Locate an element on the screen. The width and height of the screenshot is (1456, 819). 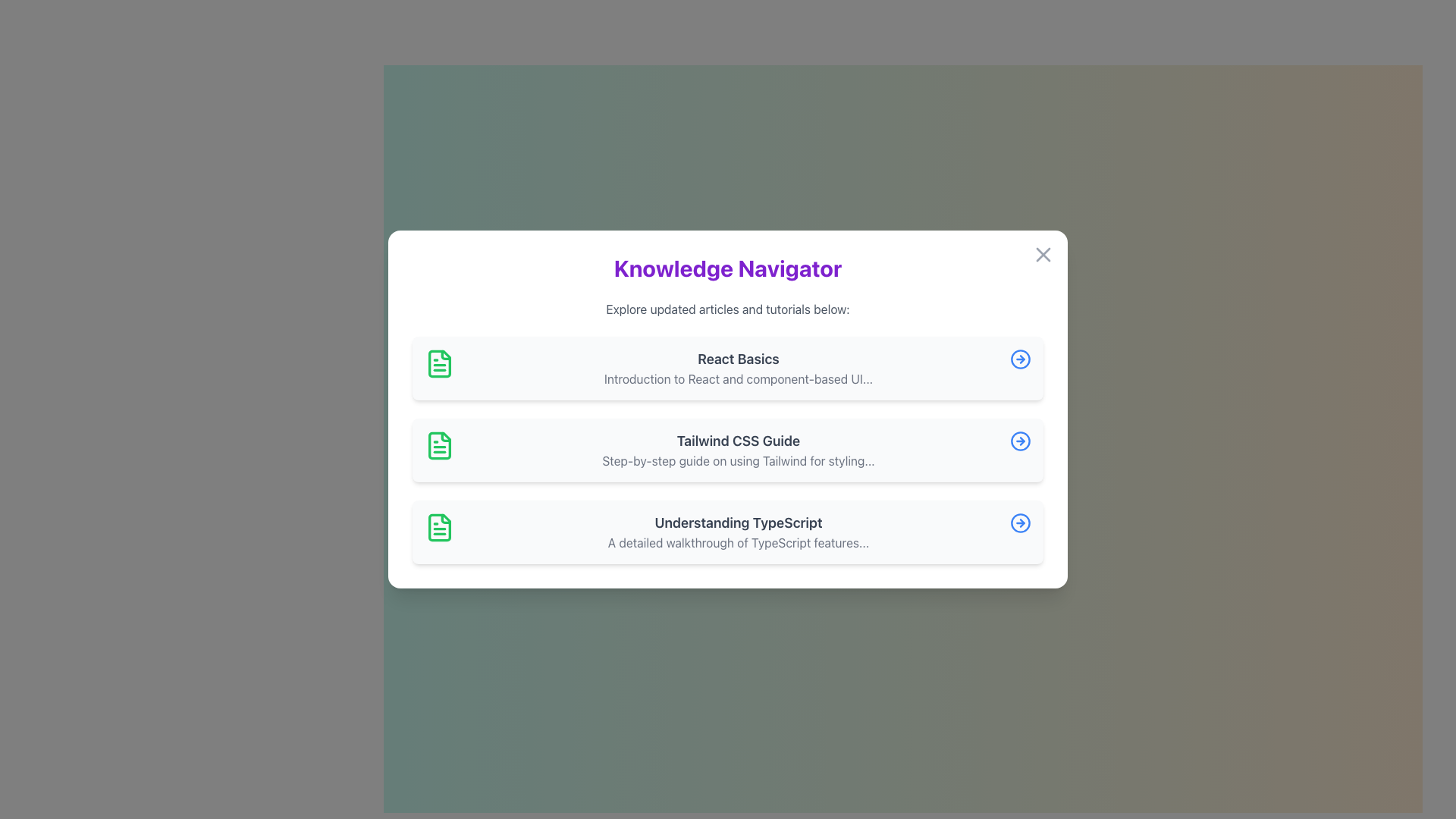
the central circle of the rightward arrow icon, which is part of the SVG representation next to the 'Tailwind CSS Guide' list item is located at coordinates (1020, 441).